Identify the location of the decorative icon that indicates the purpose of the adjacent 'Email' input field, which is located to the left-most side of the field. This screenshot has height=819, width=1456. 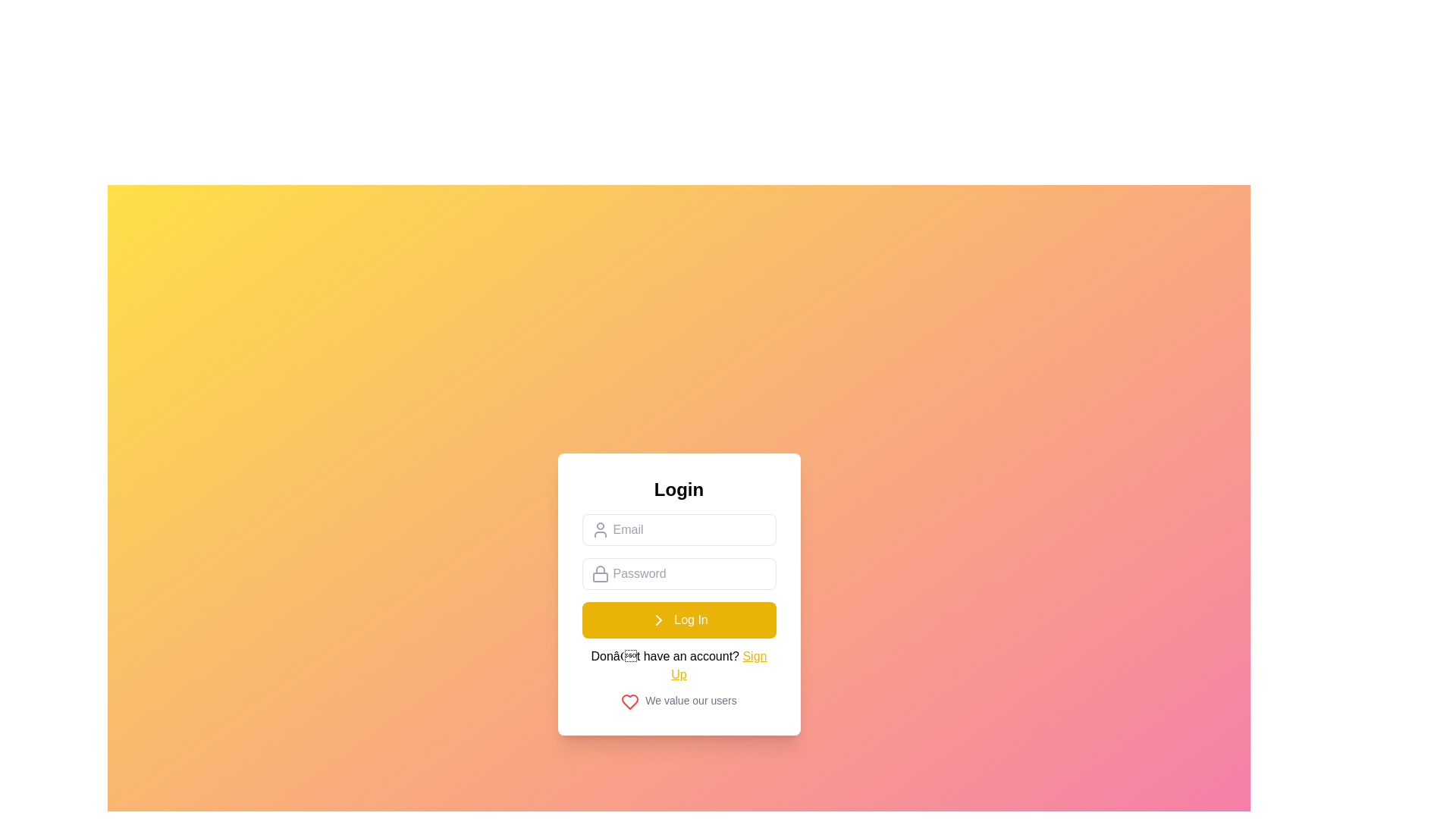
(599, 529).